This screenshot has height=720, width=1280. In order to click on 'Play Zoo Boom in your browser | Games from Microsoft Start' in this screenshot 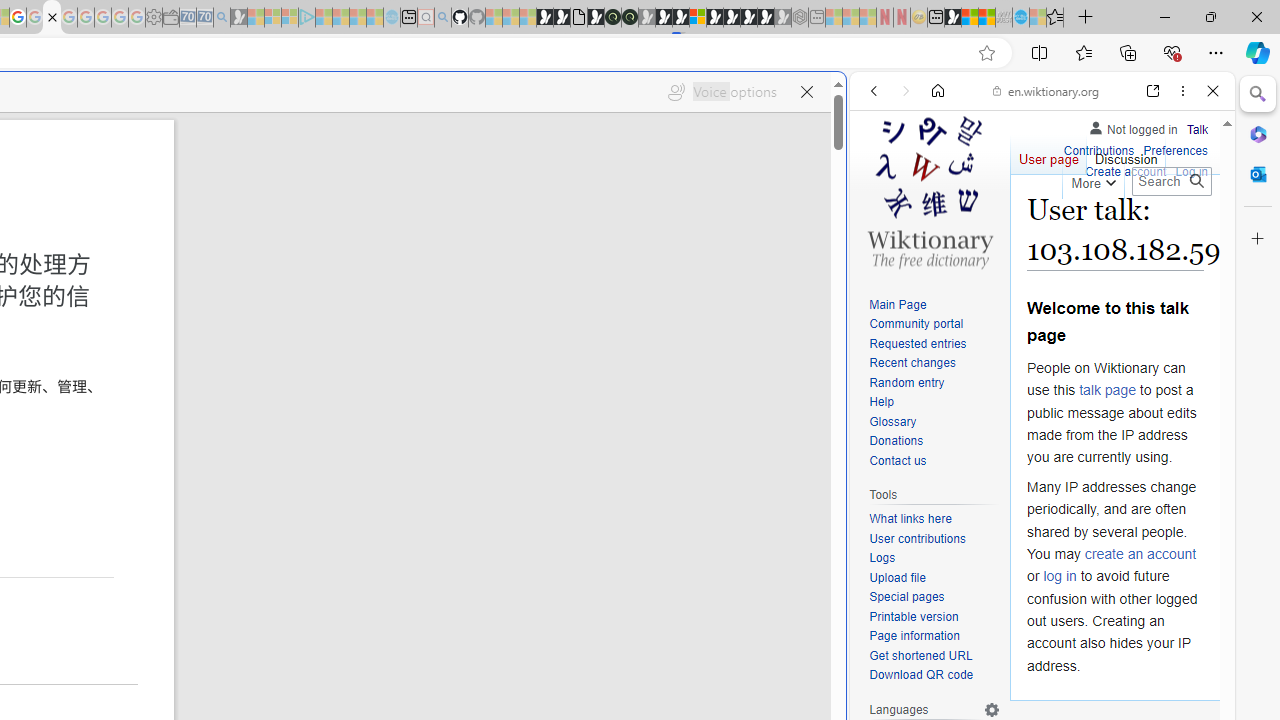, I will do `click(560, 17)`.